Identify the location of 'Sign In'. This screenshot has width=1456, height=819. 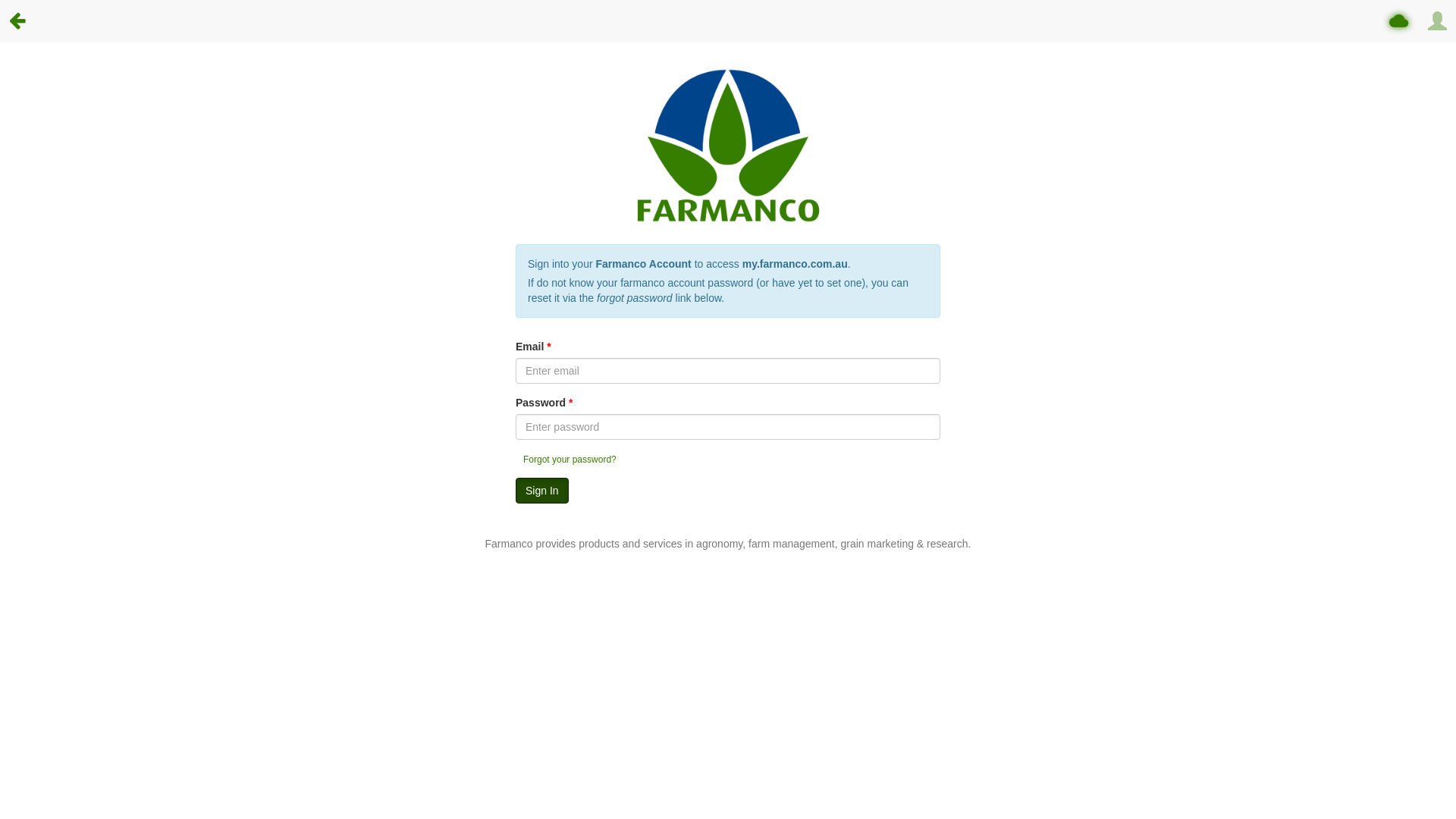
(542, 491).